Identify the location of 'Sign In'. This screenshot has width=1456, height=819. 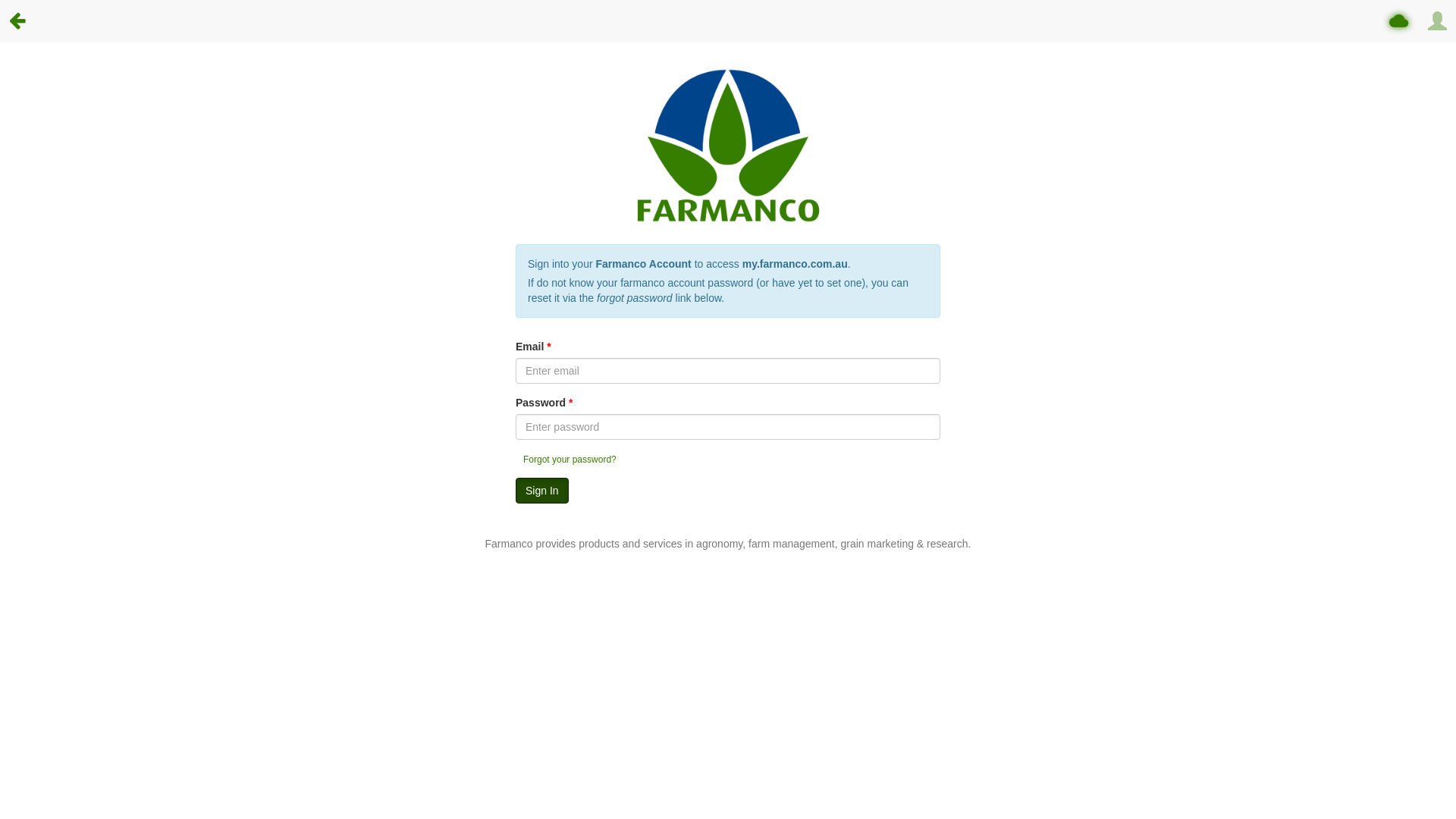
(542, 491).